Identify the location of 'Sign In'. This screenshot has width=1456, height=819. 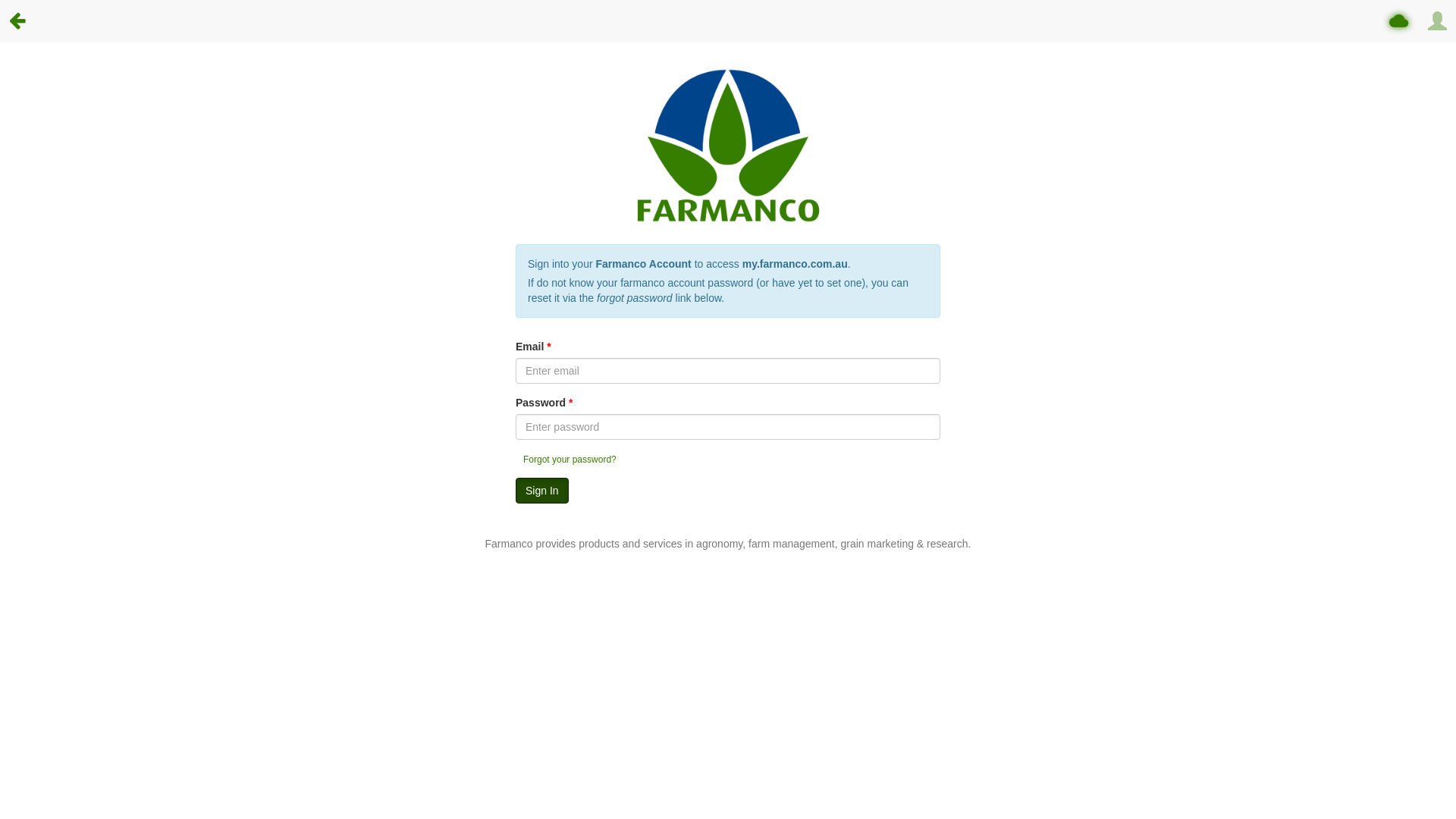
(542, 491).